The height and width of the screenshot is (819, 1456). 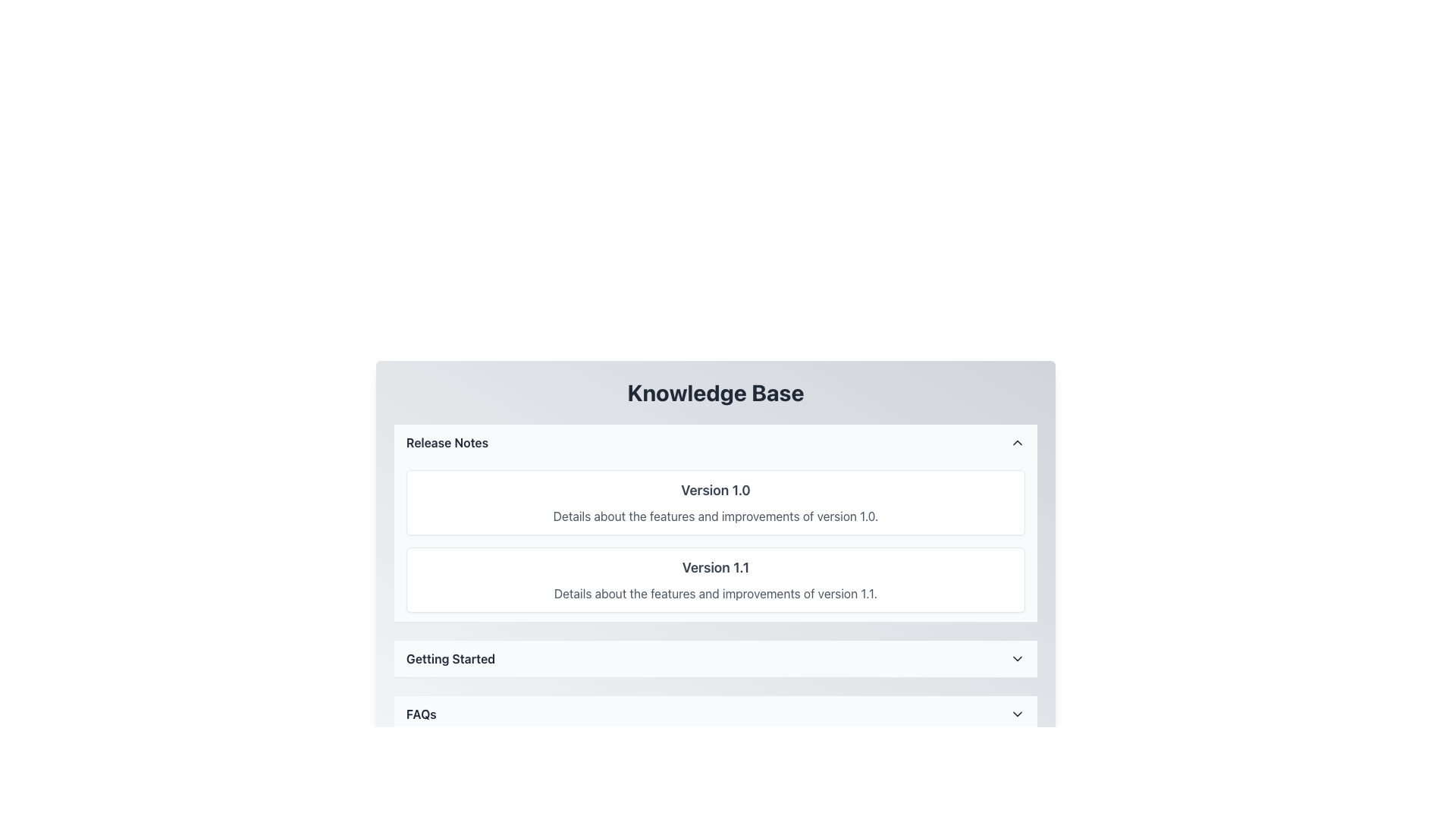 I want to click on the collapsible FAQs section icon located at the far-right end of the FAQs section header, so click(x=1018, y=714).